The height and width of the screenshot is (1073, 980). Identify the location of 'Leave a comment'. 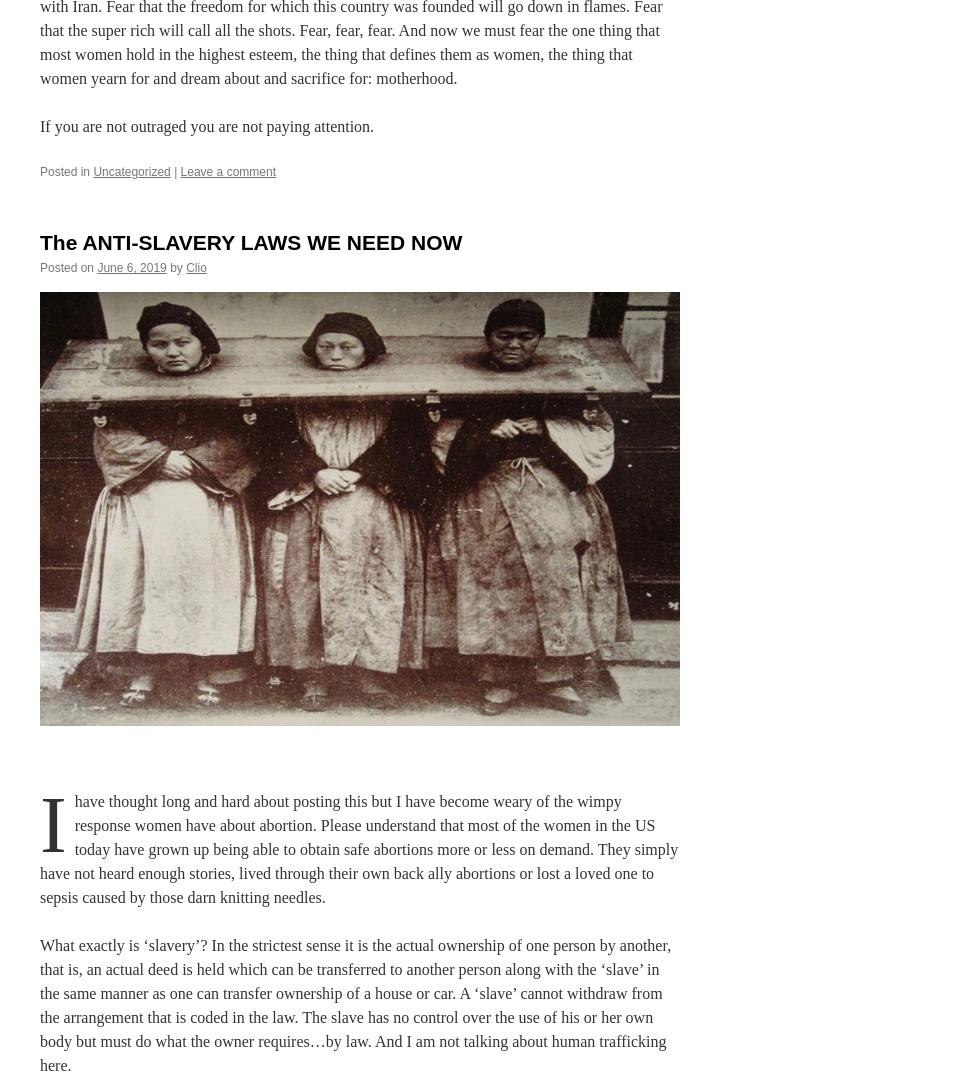
(227, 170).